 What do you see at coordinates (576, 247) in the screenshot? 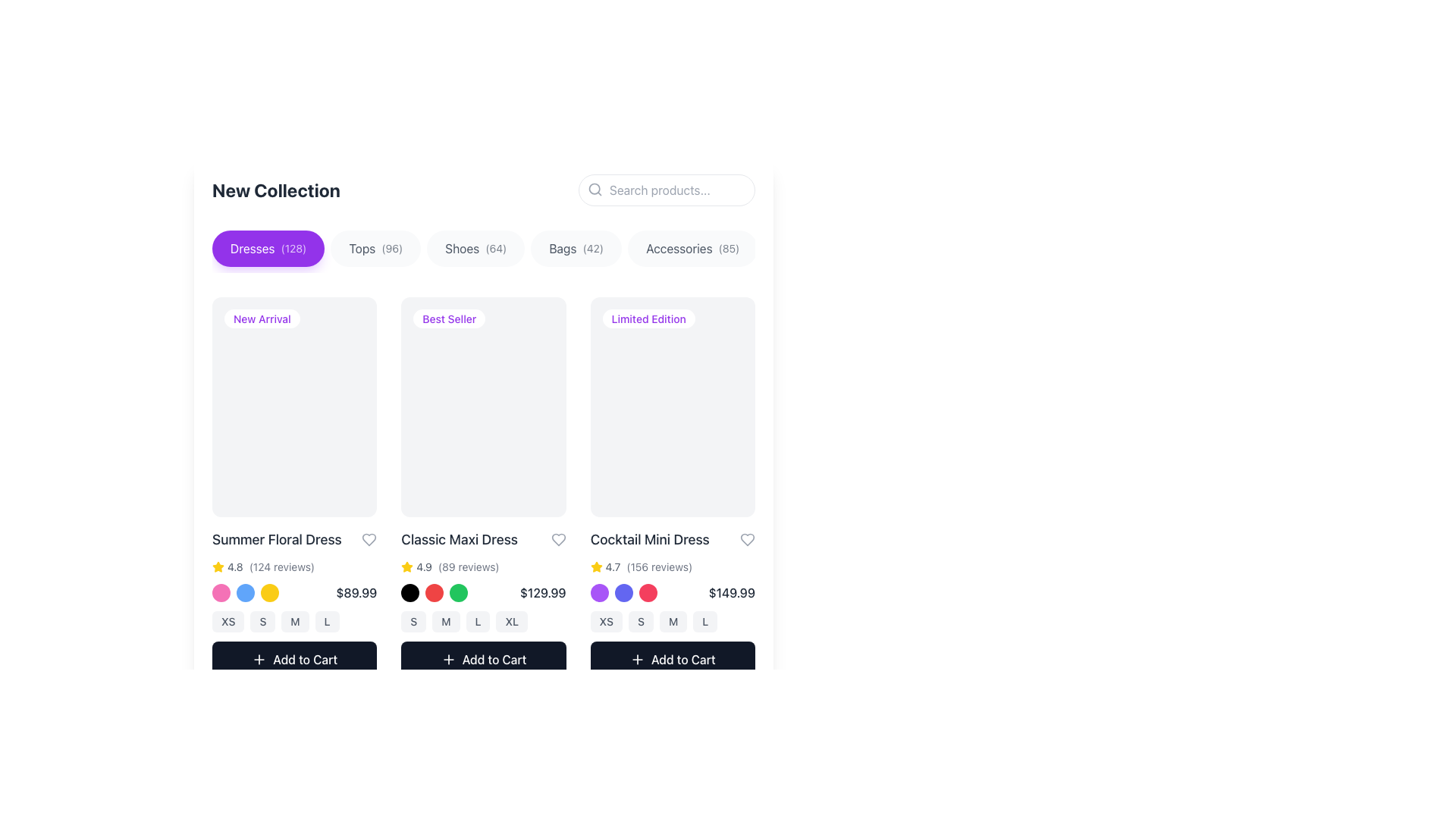
I see `the 'Bags(42)' button, which is the fourth button in a horizontal list of category filters, to filter the 'Bags' category` at bounding box center [576, 247].